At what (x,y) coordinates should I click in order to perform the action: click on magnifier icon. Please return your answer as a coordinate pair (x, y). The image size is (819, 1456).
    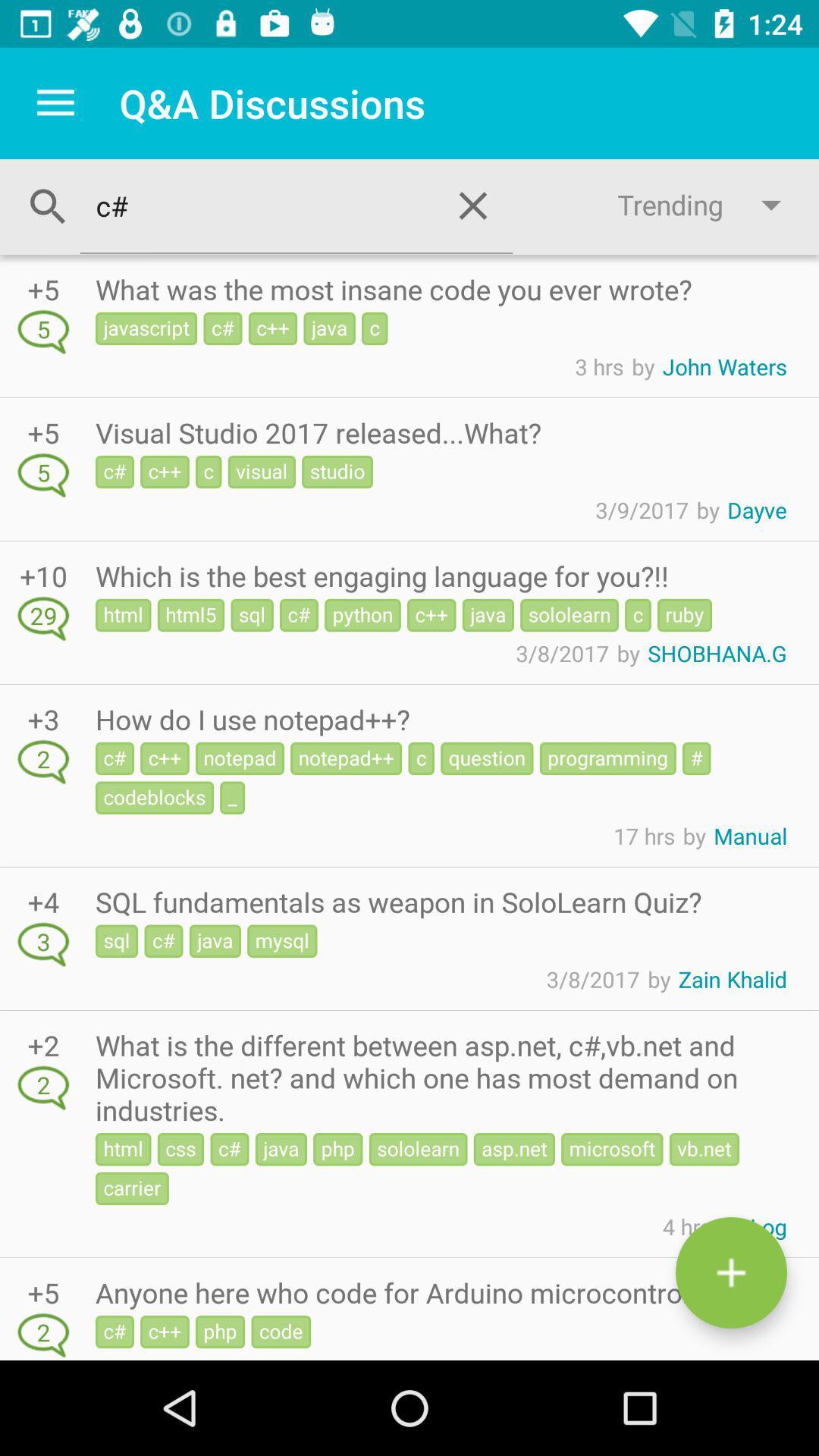
    Looking at the image, I should click on (48, 206).